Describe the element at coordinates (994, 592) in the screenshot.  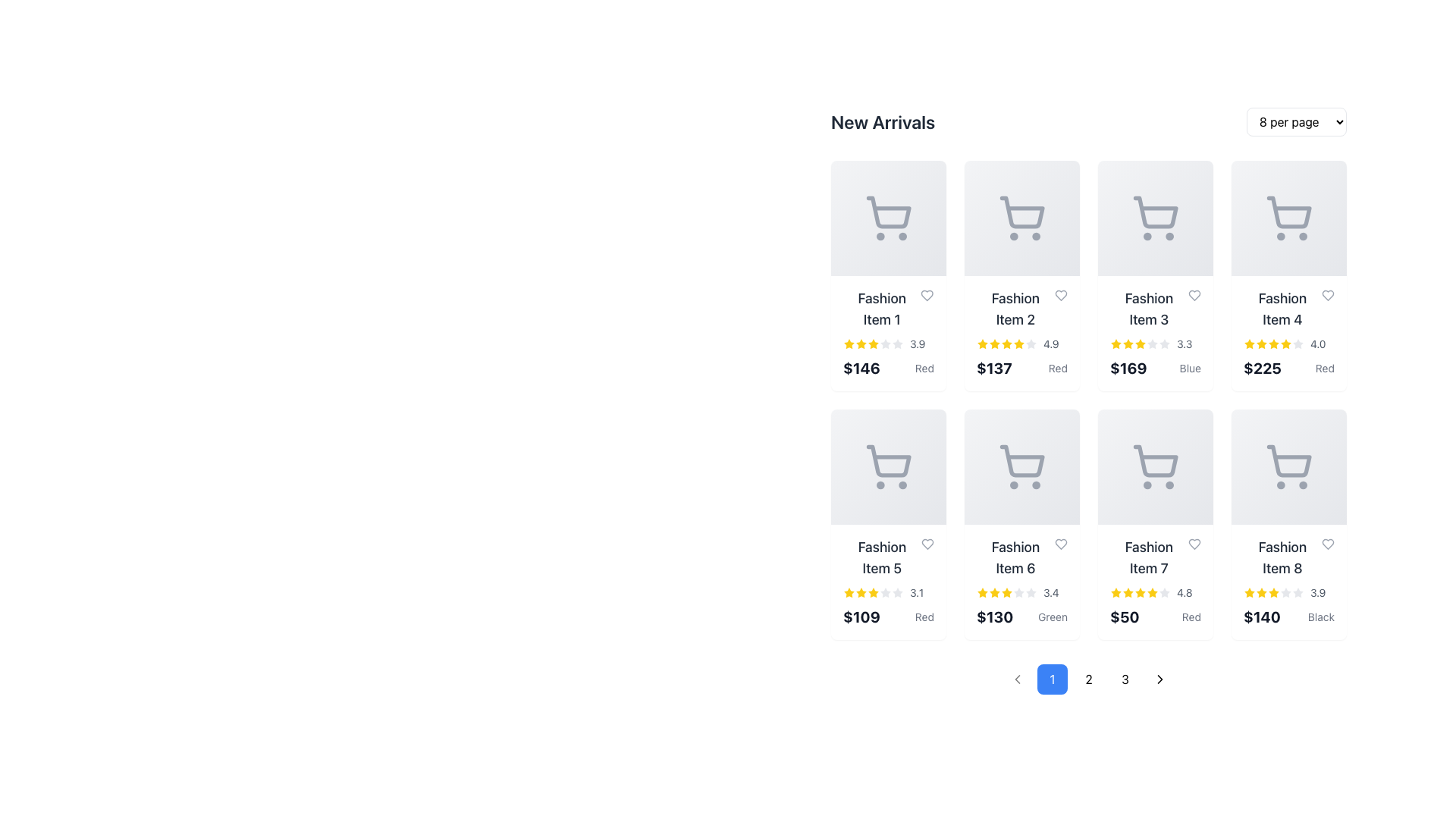
I see `the third star icon in the 5-star rating system for the 'Fashion Item 6' card located in the second row, second column of the grid layout` at that location.